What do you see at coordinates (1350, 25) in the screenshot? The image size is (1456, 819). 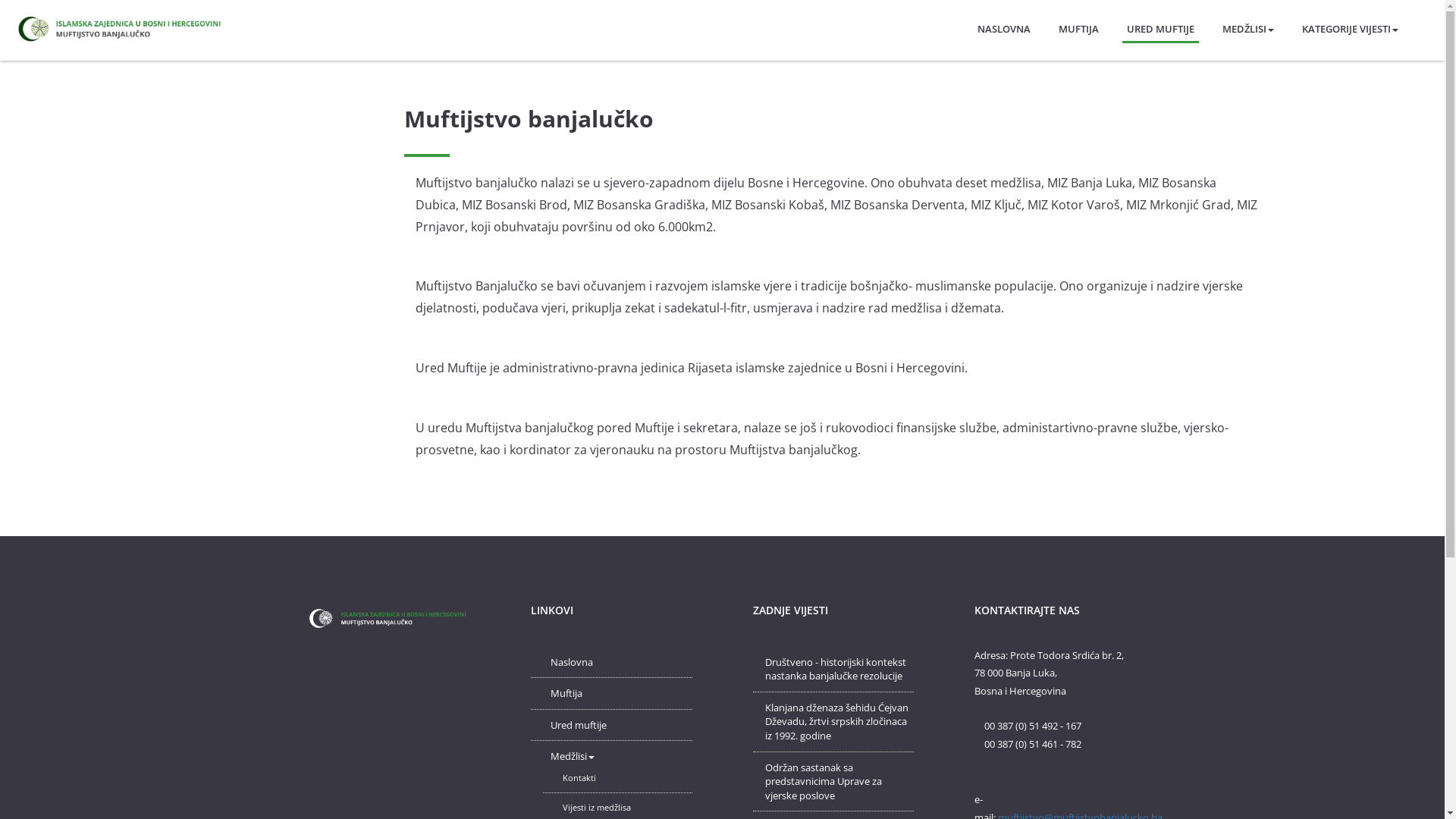 I see `'KATEGORIJE VIJESTI'` at bounding box center [1350, 25].